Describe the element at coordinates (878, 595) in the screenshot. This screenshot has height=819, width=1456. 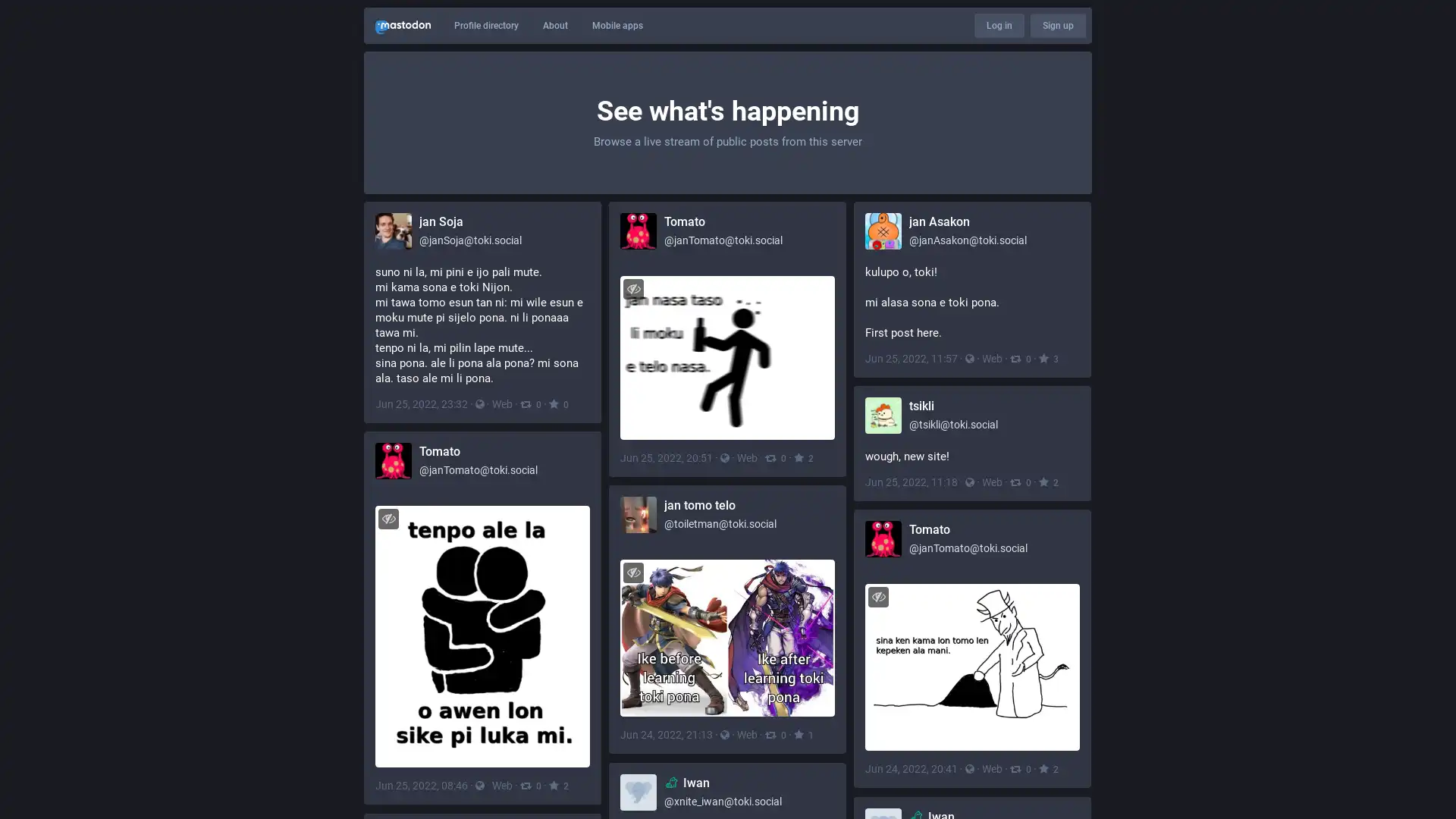
I see `Hide image` at that location.